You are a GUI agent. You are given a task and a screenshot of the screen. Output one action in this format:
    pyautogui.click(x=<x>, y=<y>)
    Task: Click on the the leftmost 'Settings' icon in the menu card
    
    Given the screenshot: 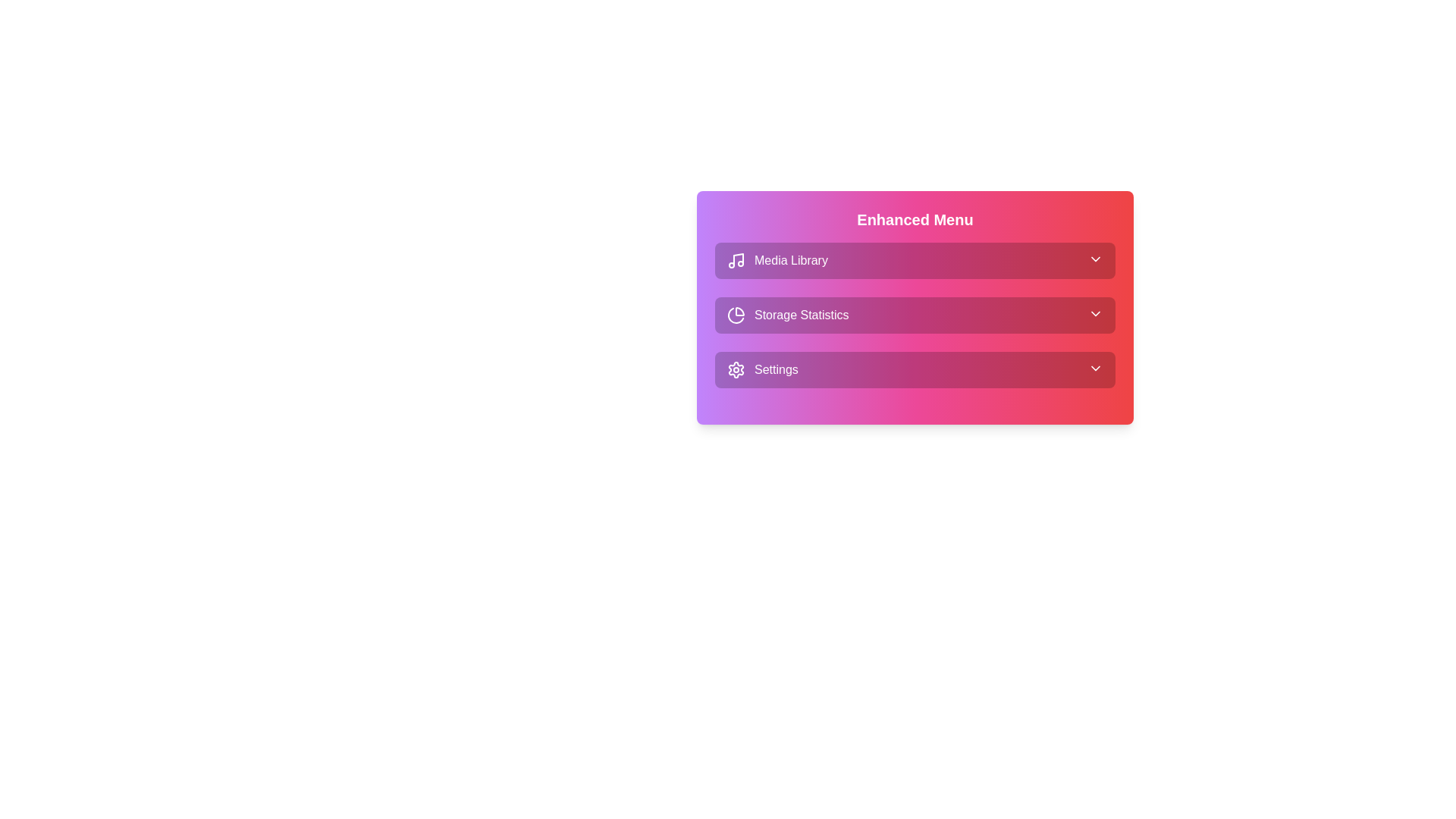 What is the action you would take?
    pyautogui.click(x=736, y=370)
    